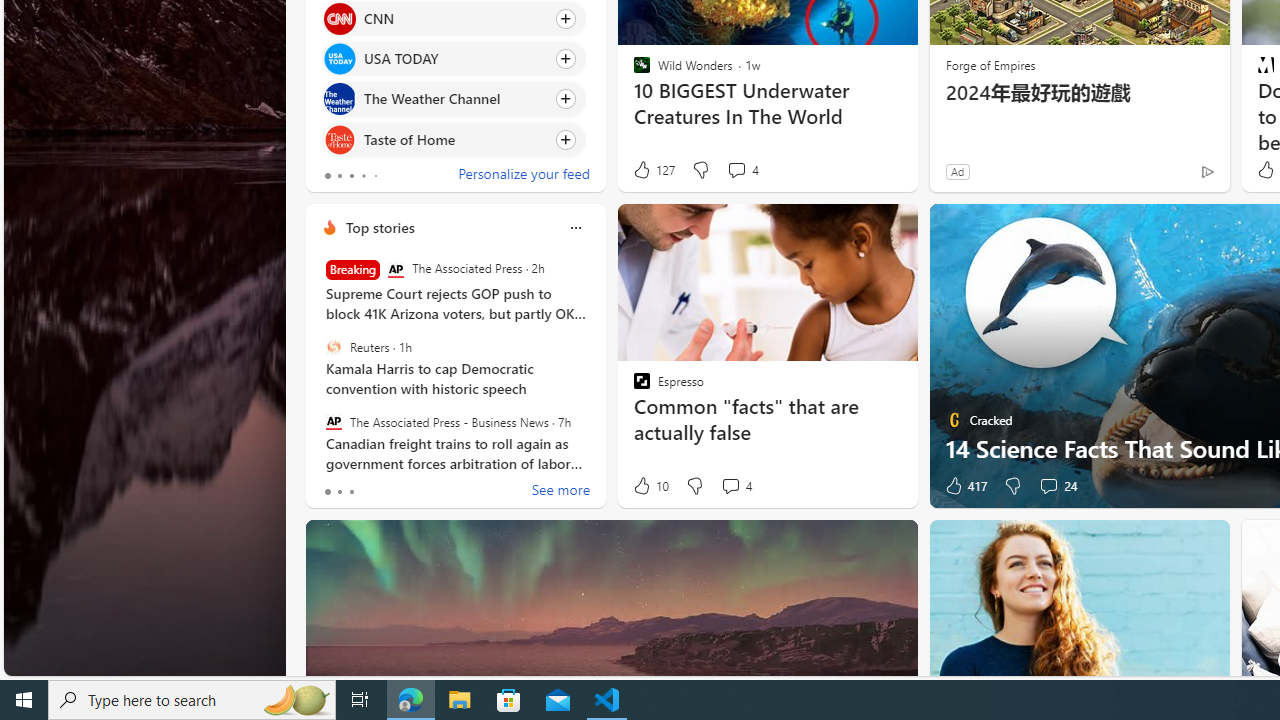 The width and height of the screenshot is (1280, 720). Describe the element at coordinates (363, 175) in the screenshot. I see `'tab-3'` at that location.